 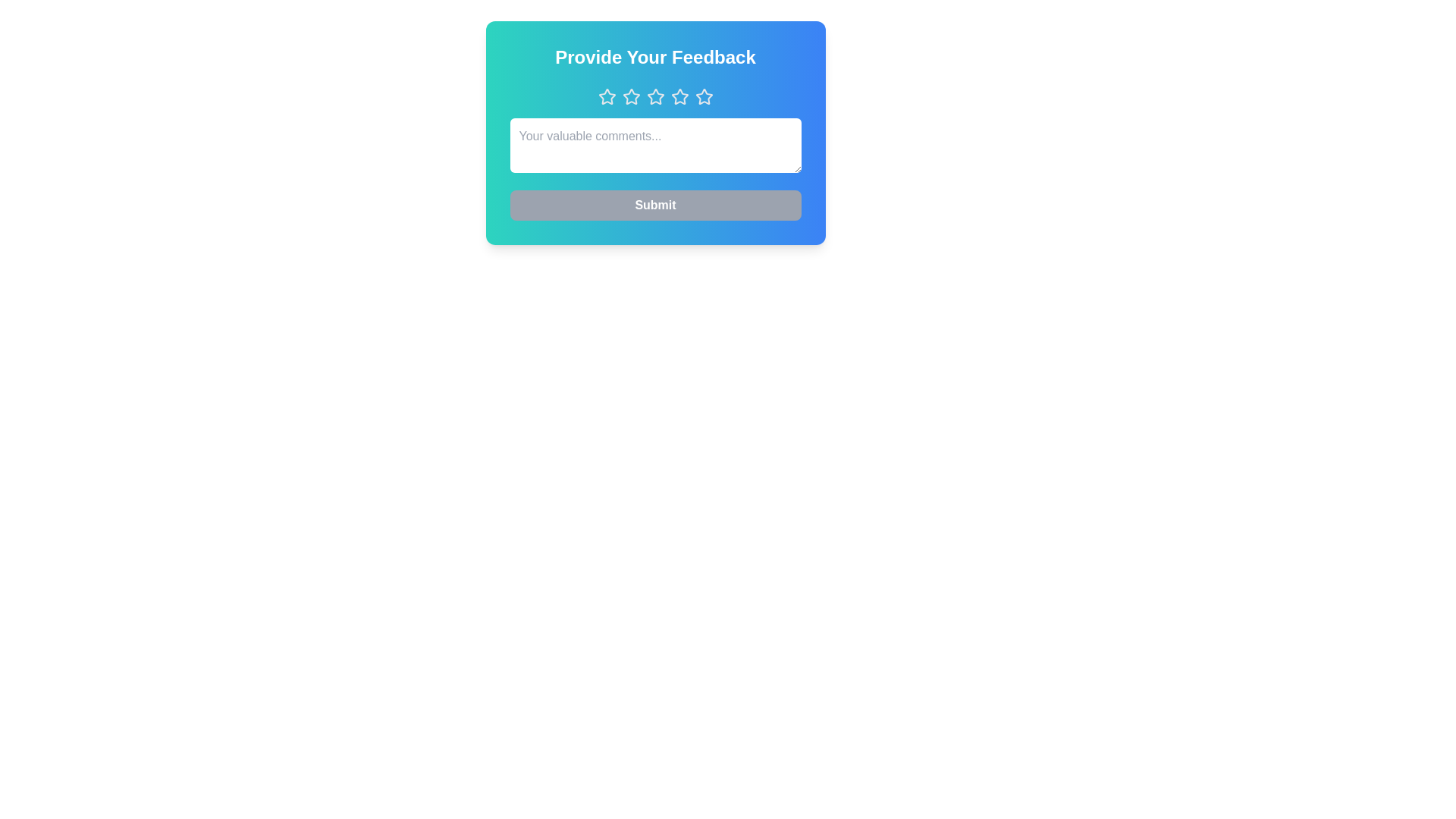 What do you see at coordinates (655, 205) in the screenshot?
I see `the submit button to submit the feedback` at bounding box center [655, 205].